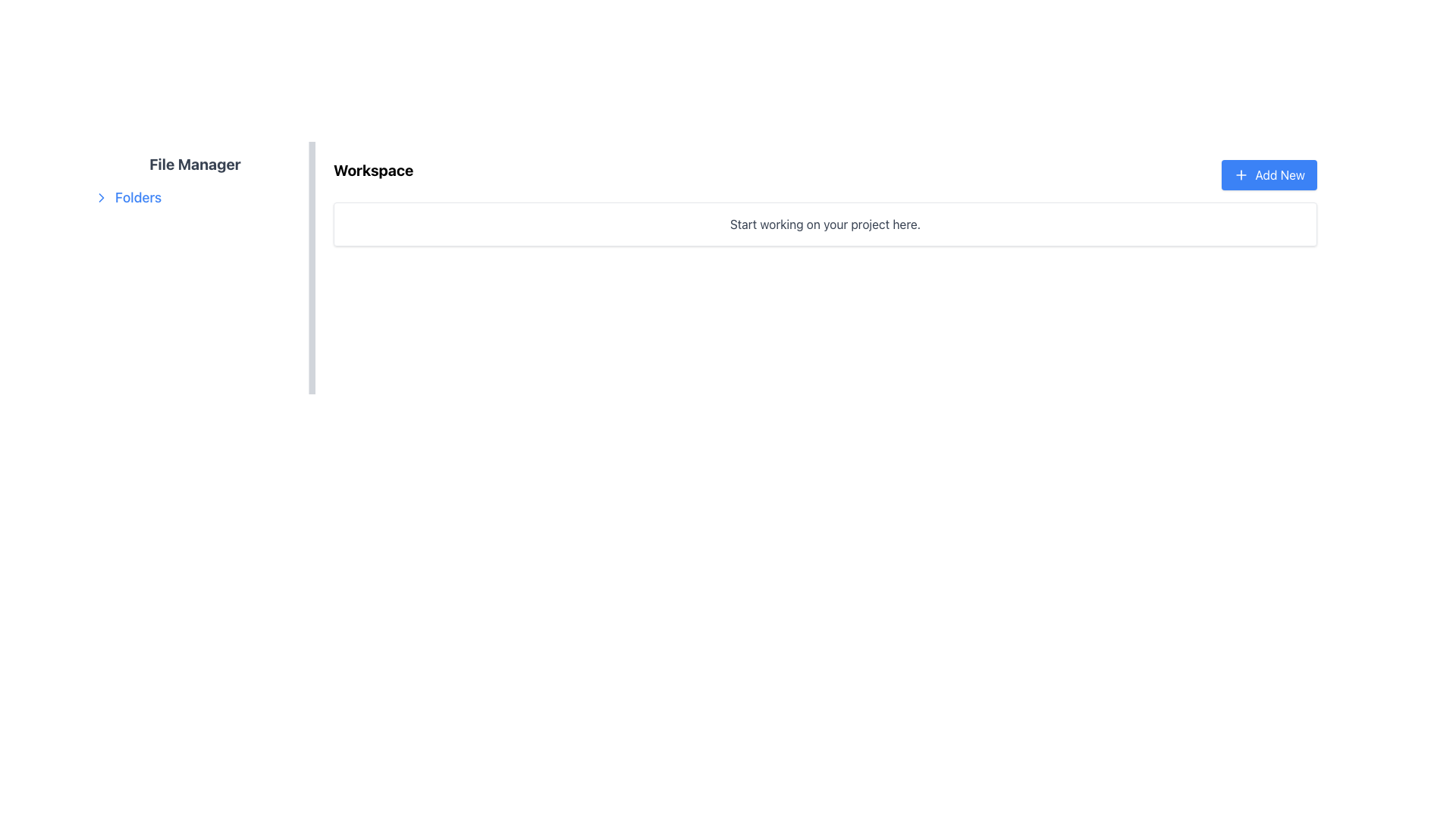 This screenshot has height=819, width=1456. What do you see at coordinates (1241, 174) in the screenshot?
I see `the decorative icon located at the center-left region of the 'Add New' button, which indicates an action to add or create` at bounding box center [1241, 174].